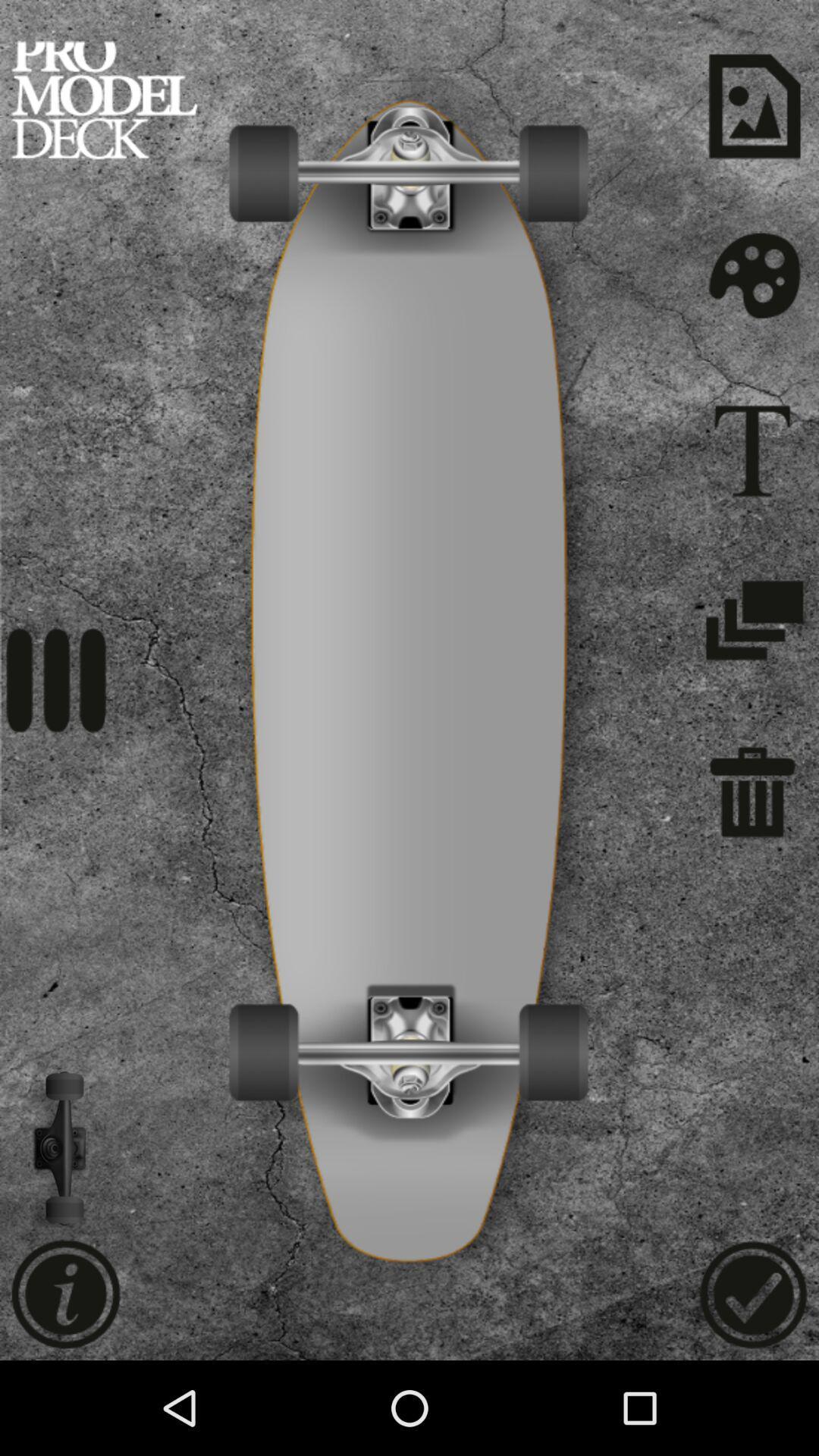  I want to click on the volume icon, so click(59, 1228).